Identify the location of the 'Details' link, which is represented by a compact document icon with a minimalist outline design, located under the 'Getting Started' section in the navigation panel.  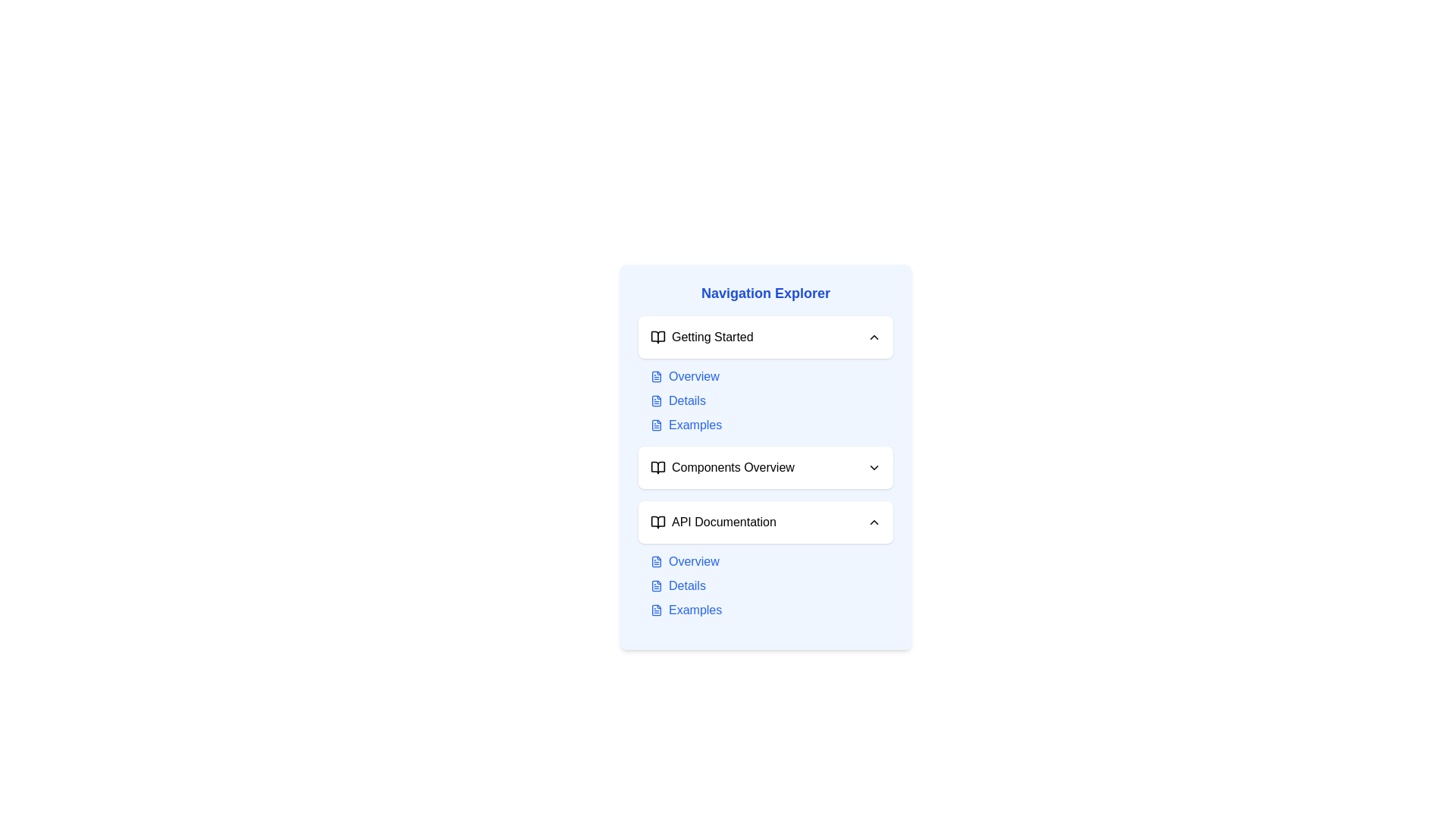
(656, 400).